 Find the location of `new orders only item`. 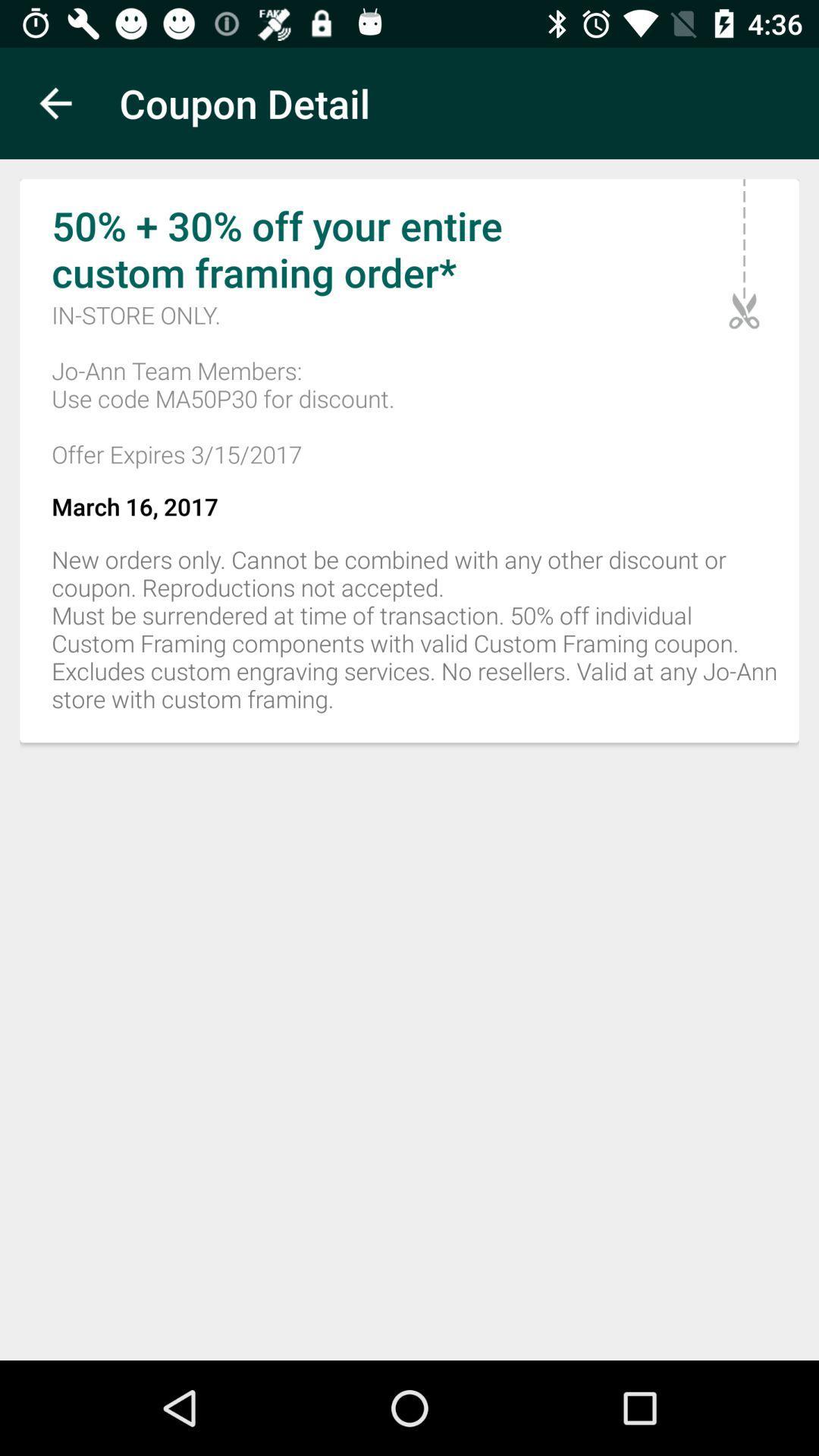

new orders only item is located at coordinates (409, 638).